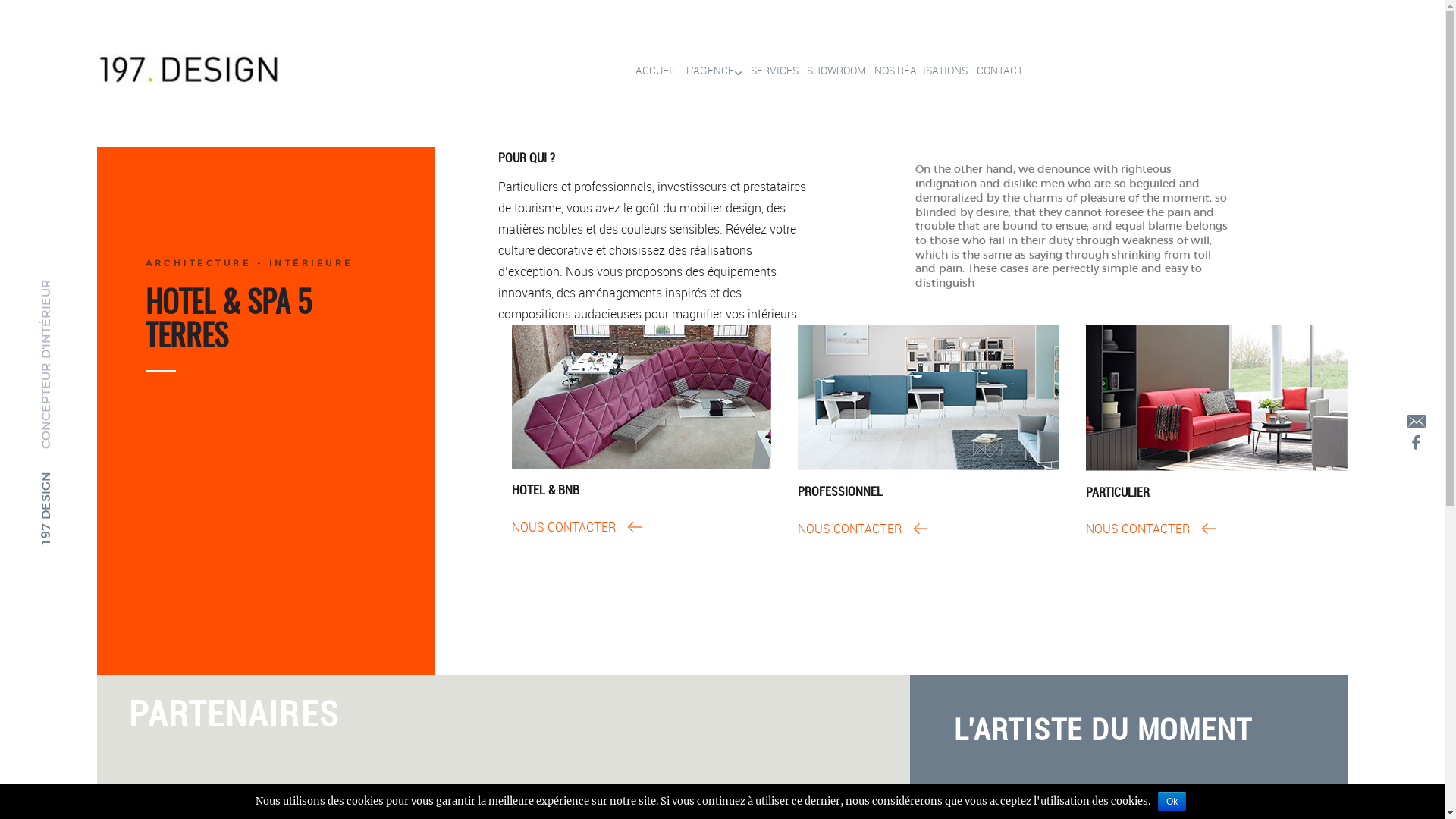 This screenshot has width=1456, height=819. Describe the element at coordinates (797, 71) in the screenshot. I see `'SHOWROOM'` at that location.